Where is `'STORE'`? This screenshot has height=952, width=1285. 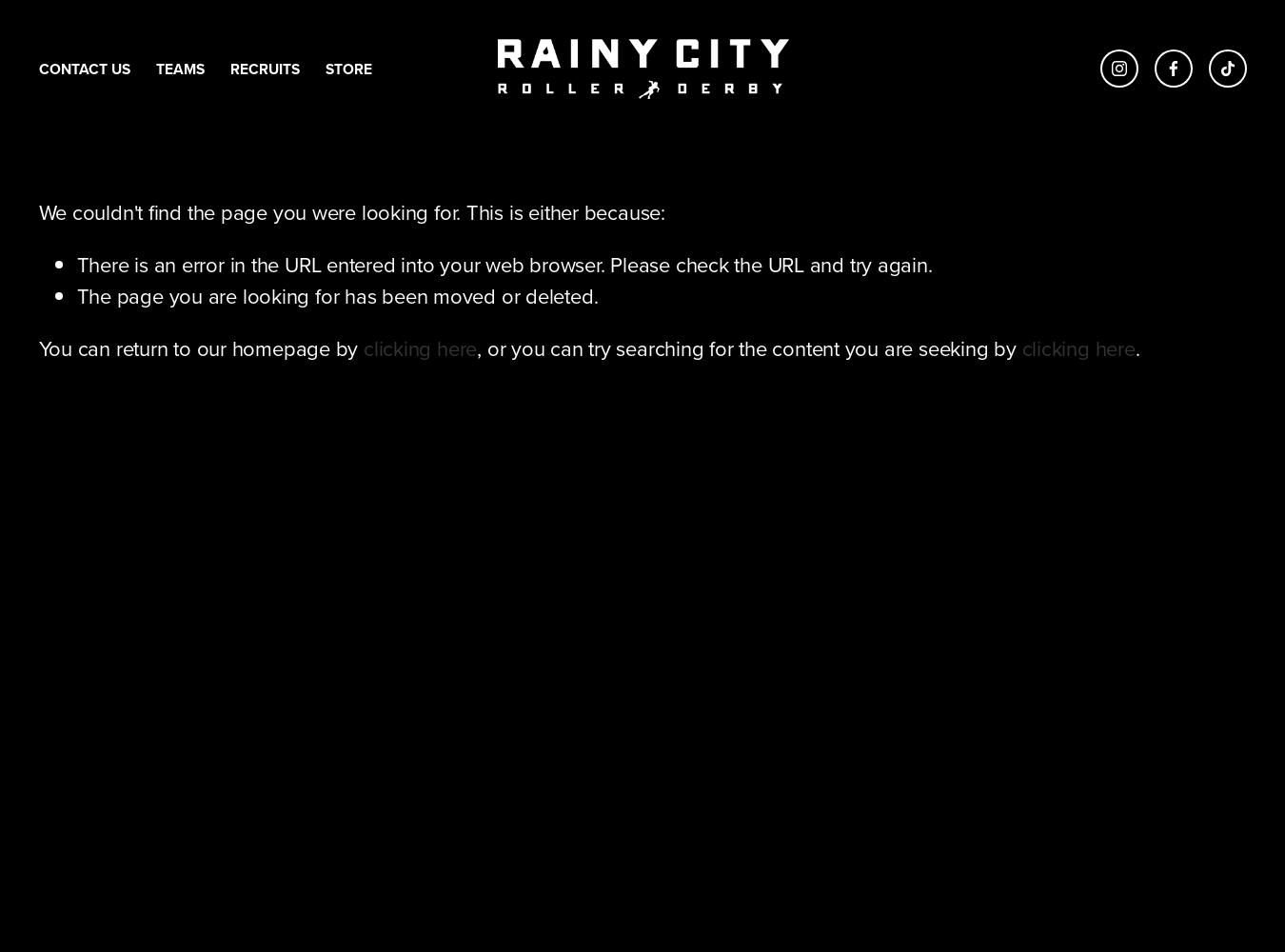 'STORE' is located at coordinates (347, 67).